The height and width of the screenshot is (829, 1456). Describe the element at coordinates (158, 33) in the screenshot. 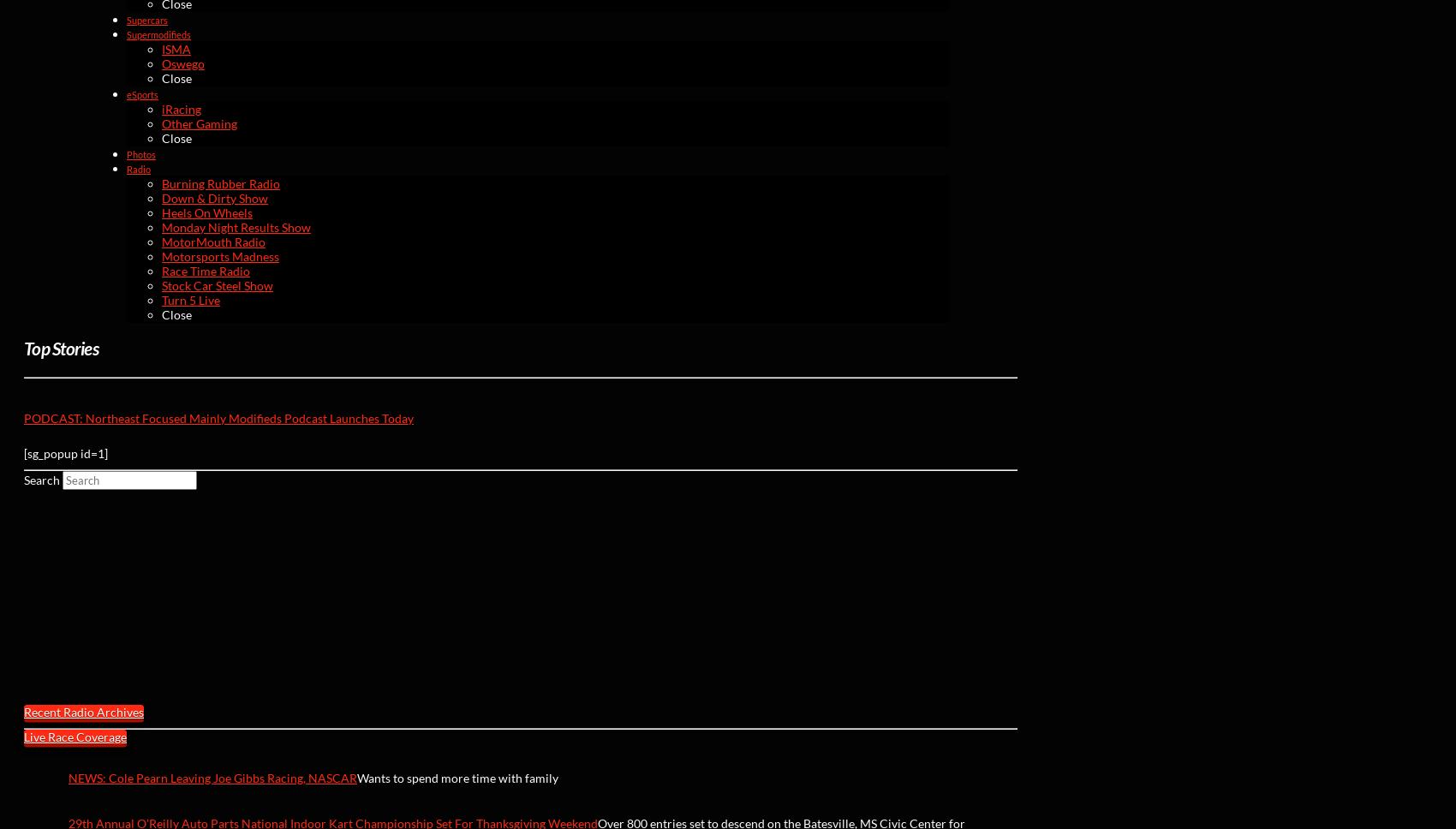

I see `'Supermodifieds'` at that location.